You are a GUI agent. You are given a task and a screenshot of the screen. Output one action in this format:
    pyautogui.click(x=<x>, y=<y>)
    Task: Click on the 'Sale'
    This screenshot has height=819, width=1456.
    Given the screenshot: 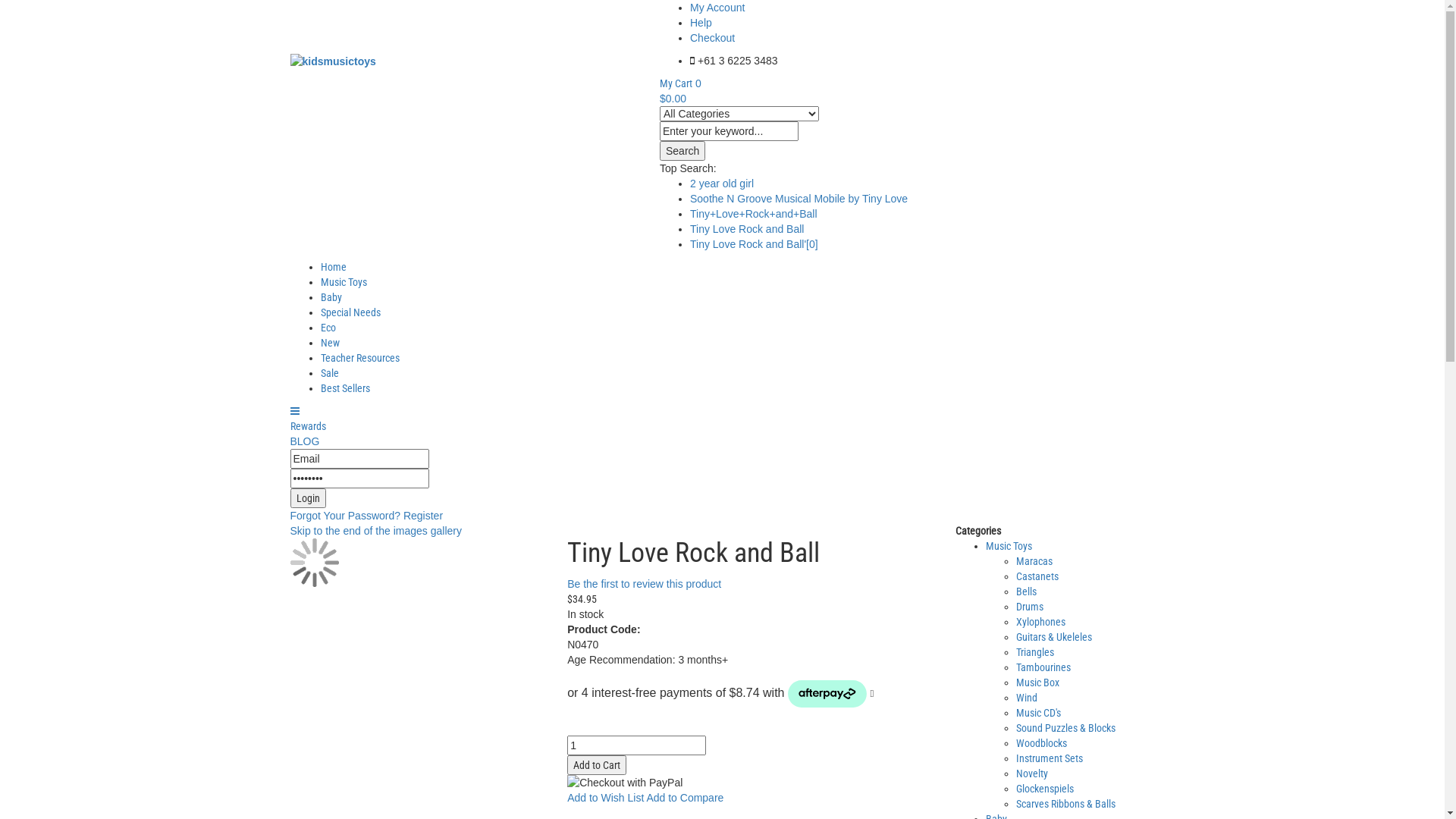 What is the action you would take?
    pyautogui.click(x=319, y=373)
    